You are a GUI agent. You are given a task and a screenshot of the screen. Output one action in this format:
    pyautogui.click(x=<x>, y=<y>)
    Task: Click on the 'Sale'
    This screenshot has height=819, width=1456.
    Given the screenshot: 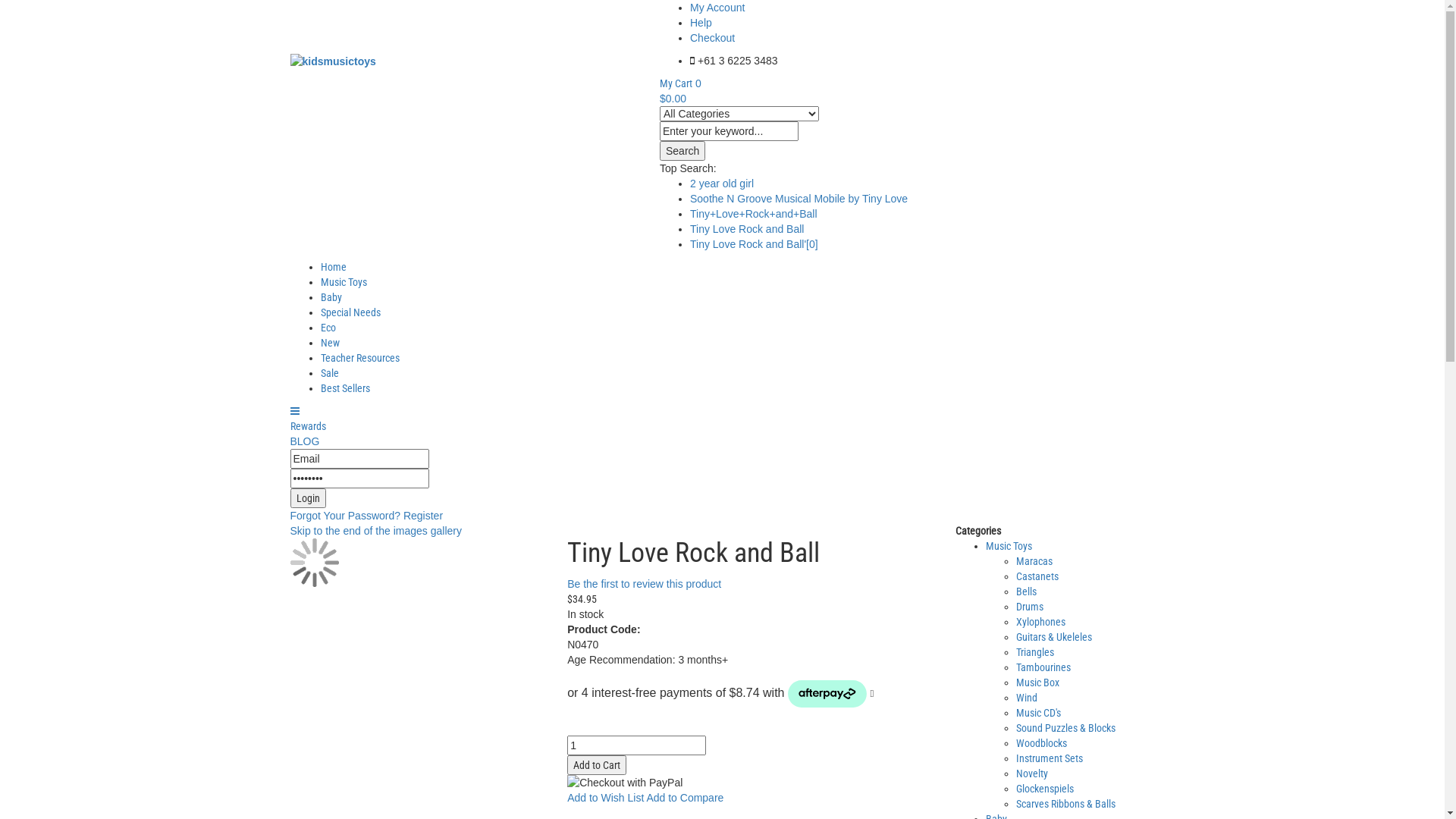 What is the action you would take?
    pyautogui.click(x=319, y=373)
    